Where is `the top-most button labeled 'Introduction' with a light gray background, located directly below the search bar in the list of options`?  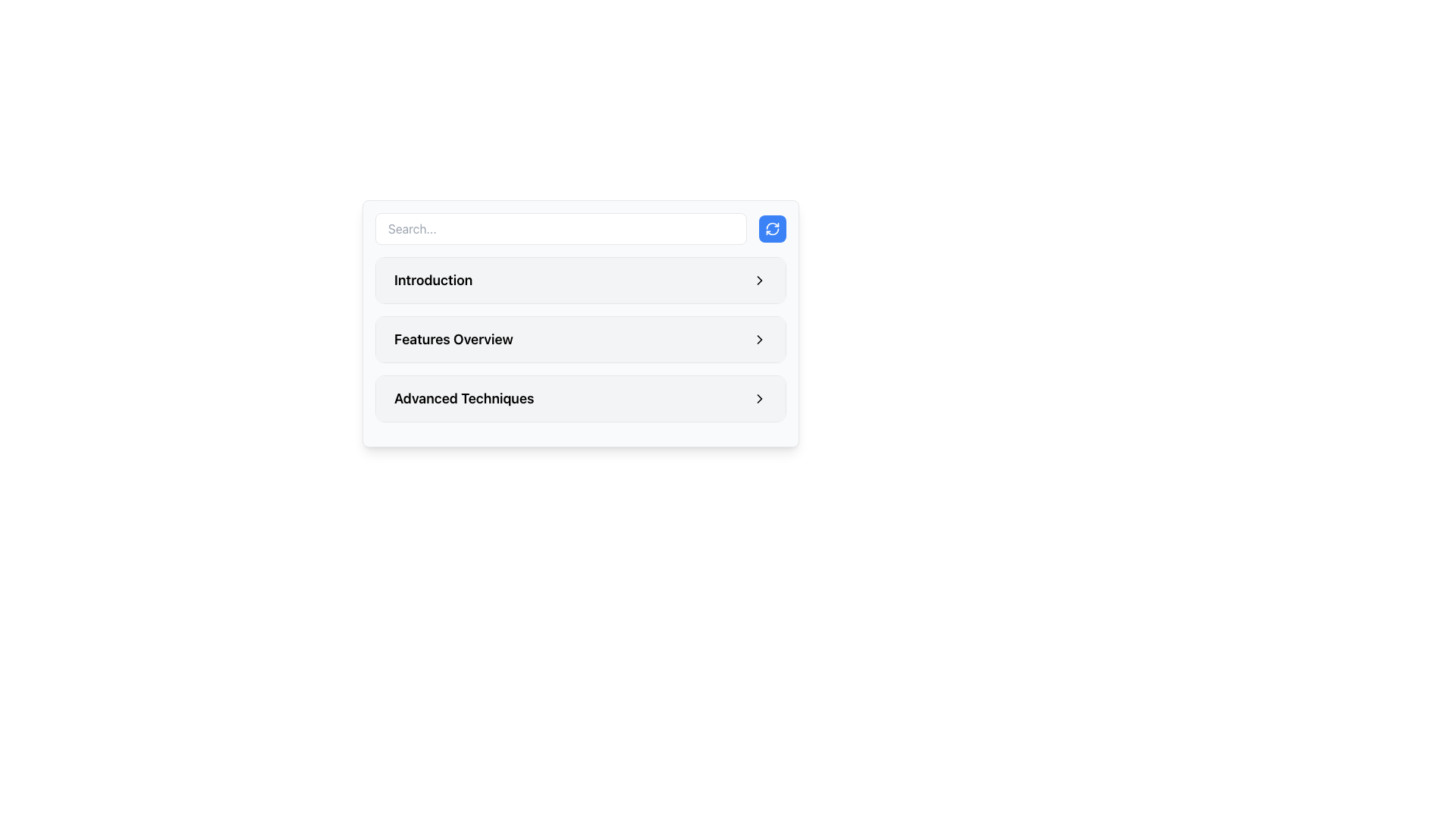 the top-most button labeled 'Introduction' with a light gray background, located directly below the search bar in the list of options is located at coordinates (580, 281).